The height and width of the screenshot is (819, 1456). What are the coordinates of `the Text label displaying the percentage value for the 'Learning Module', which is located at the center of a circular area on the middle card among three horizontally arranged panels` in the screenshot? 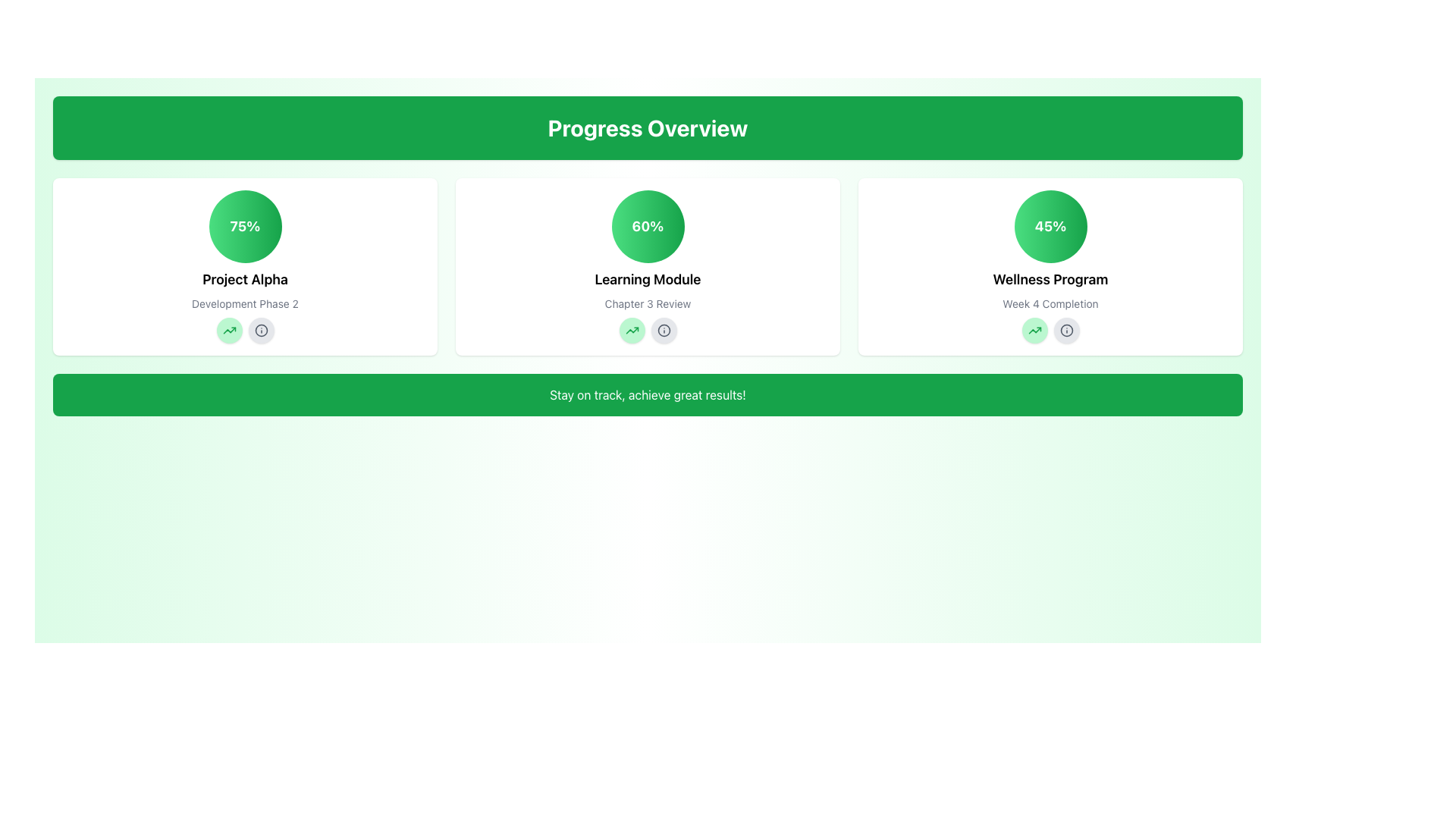 It's located at (648, 227).